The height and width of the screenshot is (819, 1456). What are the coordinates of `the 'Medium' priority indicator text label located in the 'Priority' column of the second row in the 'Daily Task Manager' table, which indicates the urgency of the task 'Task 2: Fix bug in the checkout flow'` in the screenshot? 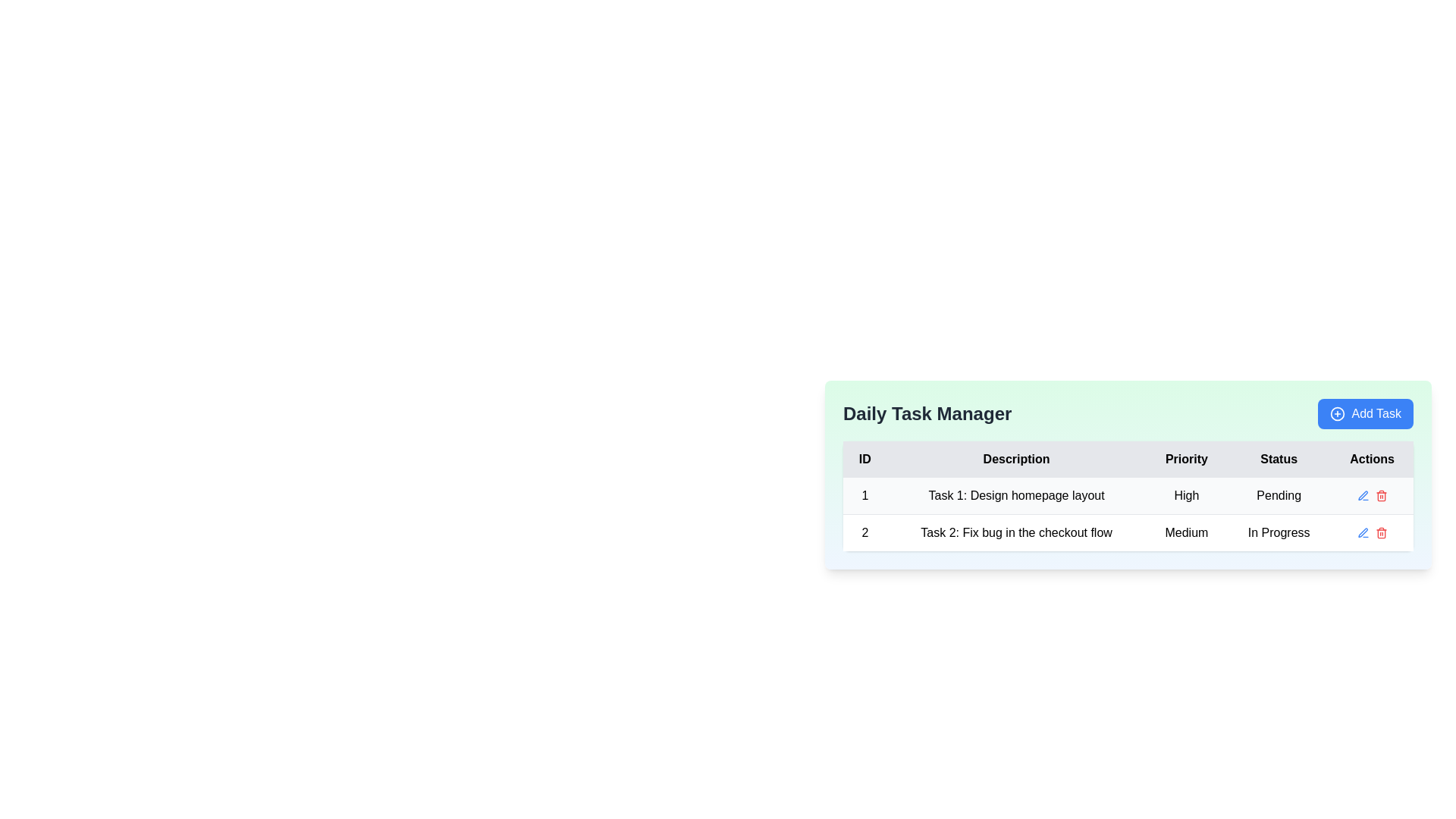 It's located at (1185, 532).